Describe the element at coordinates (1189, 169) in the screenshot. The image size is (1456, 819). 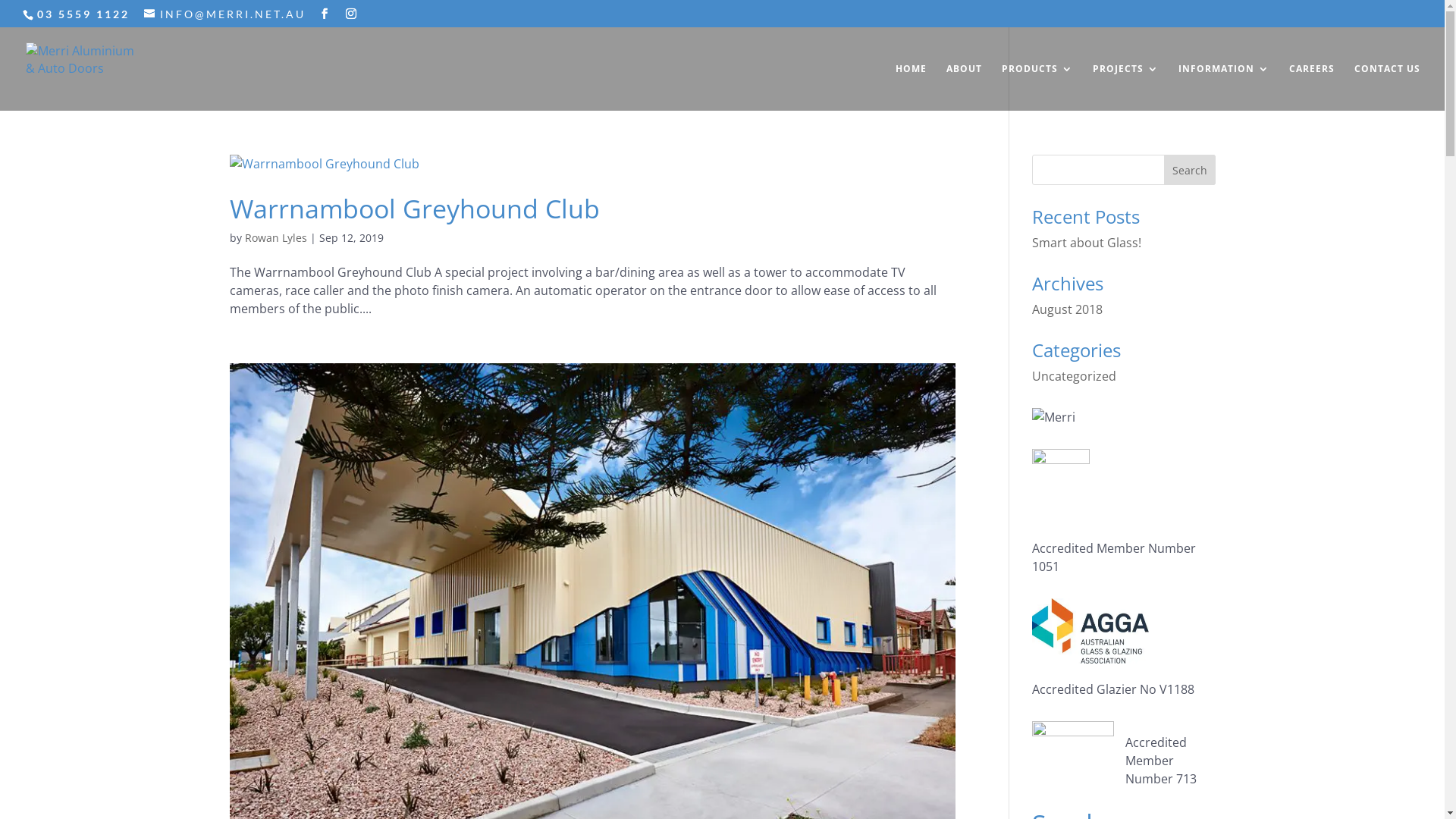
I see `'Search'` at that location.